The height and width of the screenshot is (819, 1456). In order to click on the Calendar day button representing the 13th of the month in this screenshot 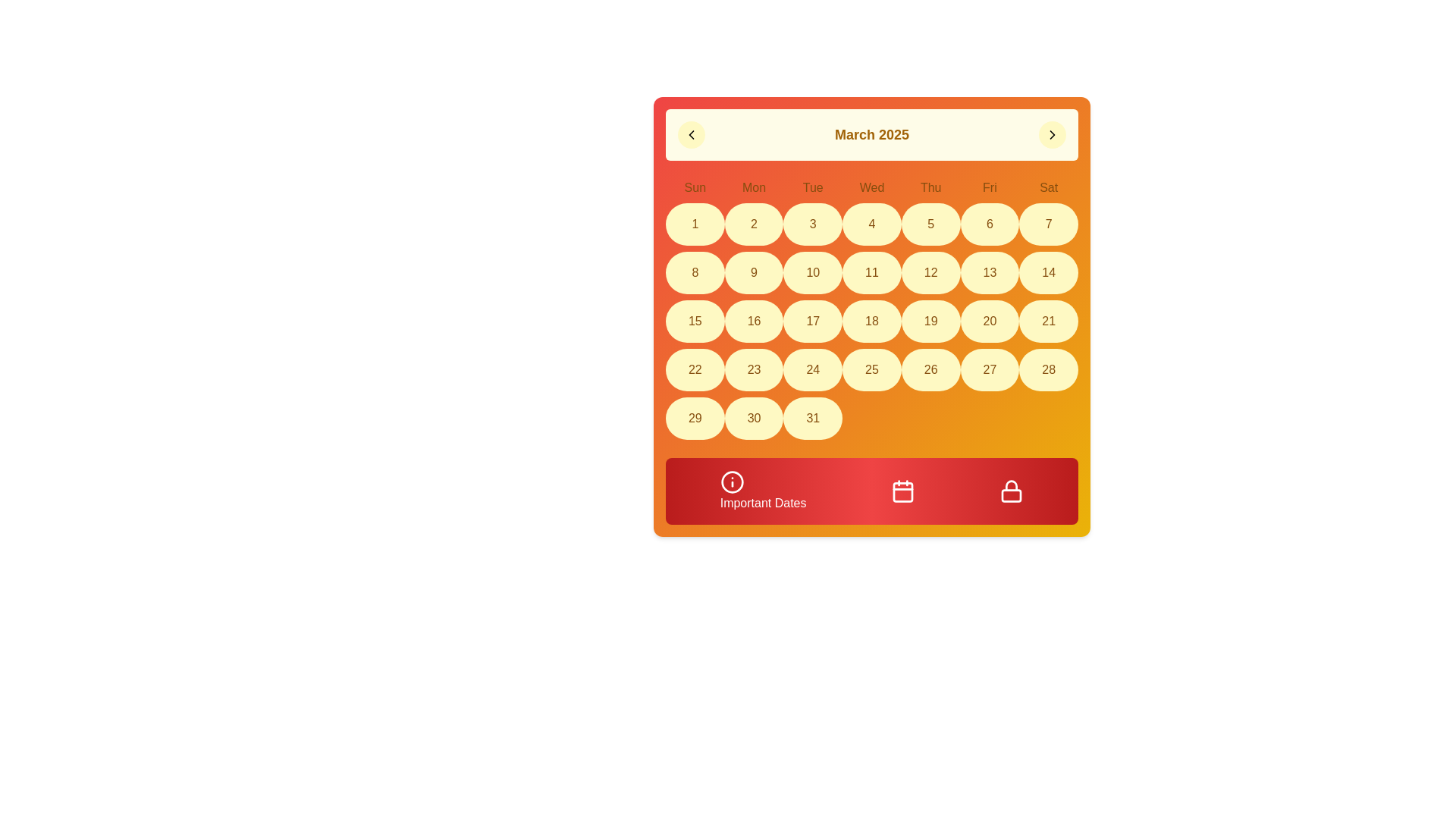, I will do `click(990, 271)`.